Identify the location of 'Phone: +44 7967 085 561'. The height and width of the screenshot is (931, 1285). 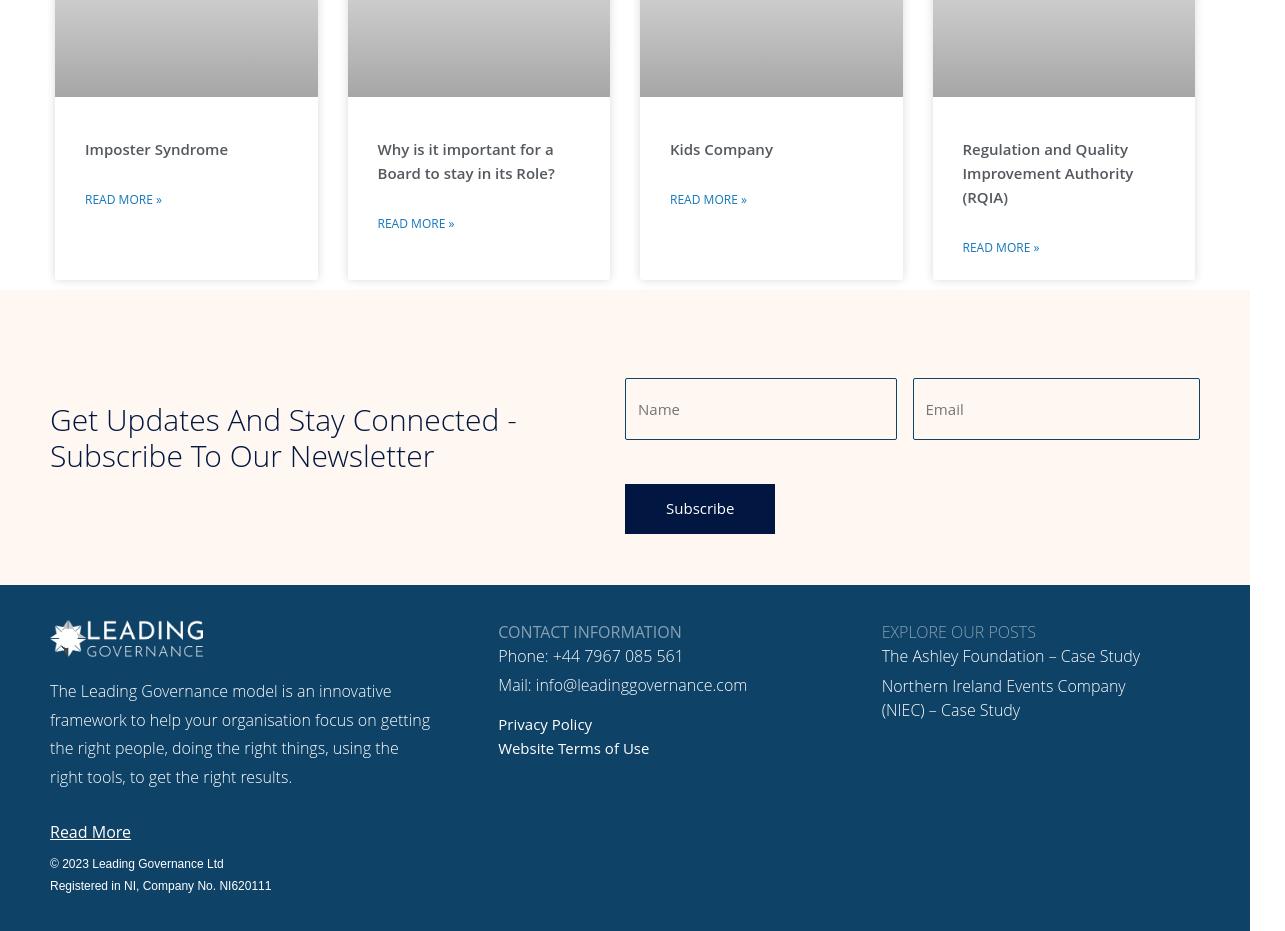
(590, 654).